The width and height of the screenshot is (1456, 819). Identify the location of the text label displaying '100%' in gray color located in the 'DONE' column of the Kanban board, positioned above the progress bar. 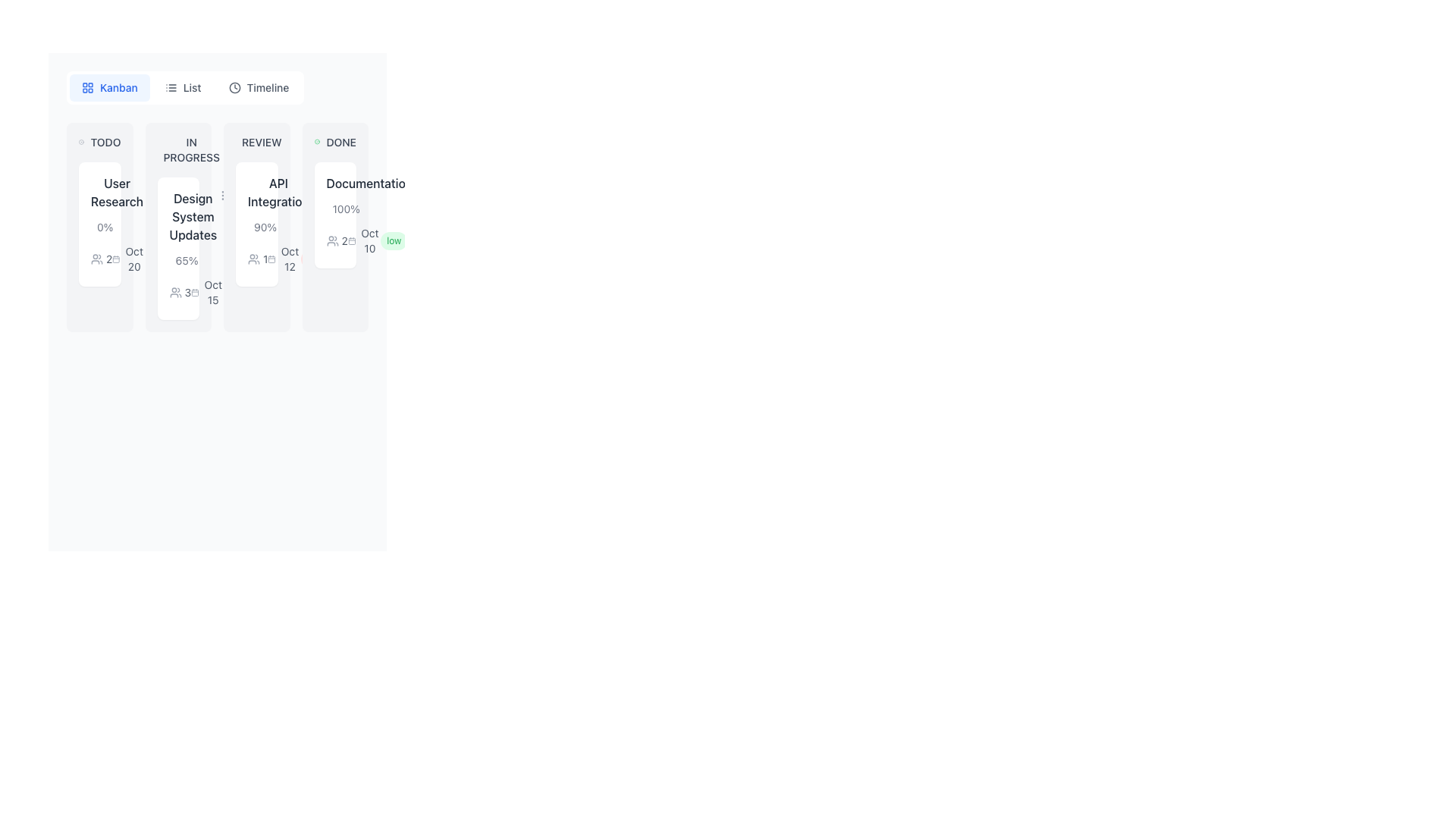
(345, 209).